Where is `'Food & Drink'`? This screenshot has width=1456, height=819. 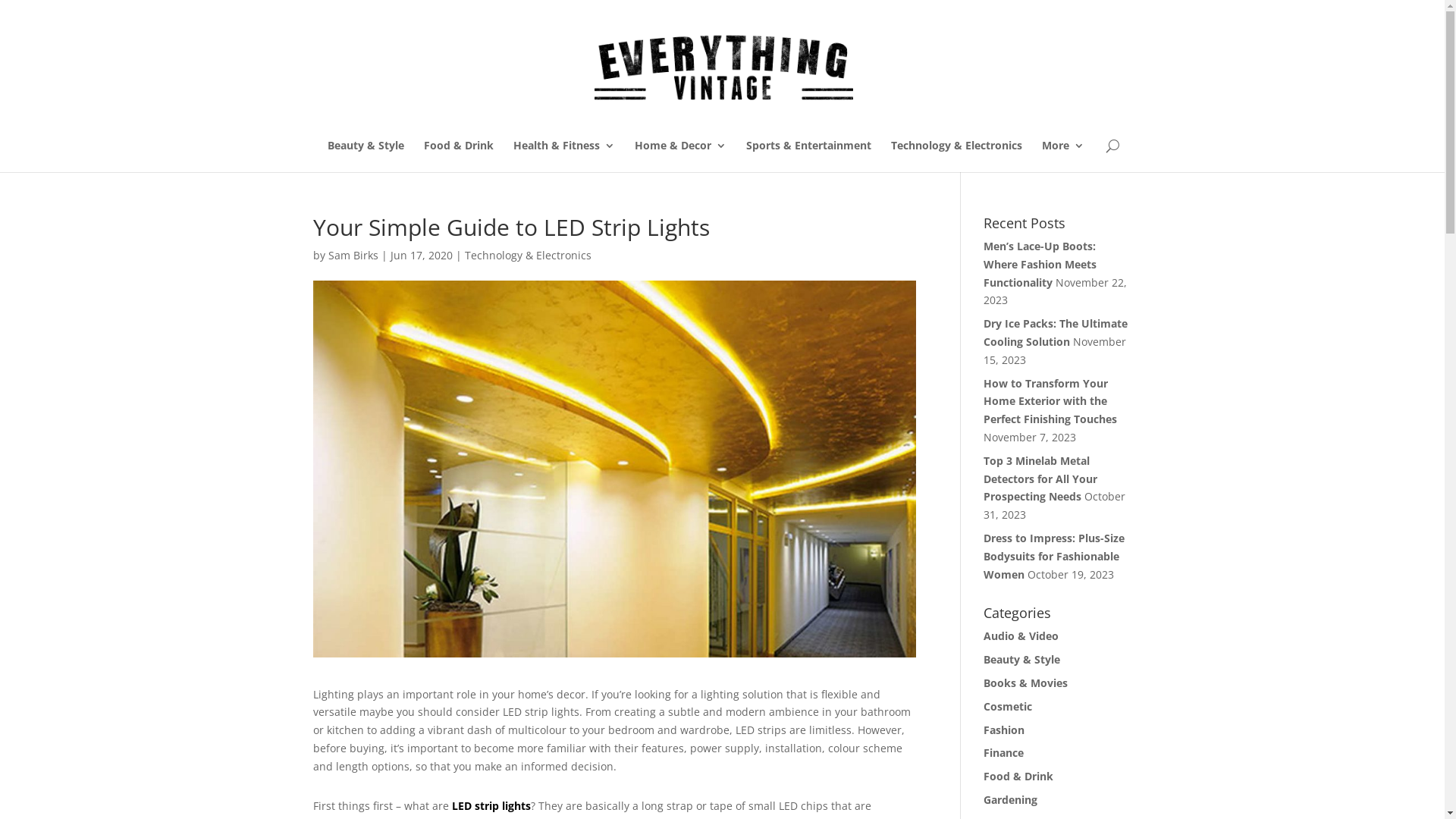
'Food & Drink' is located at coordinates (457, 155).